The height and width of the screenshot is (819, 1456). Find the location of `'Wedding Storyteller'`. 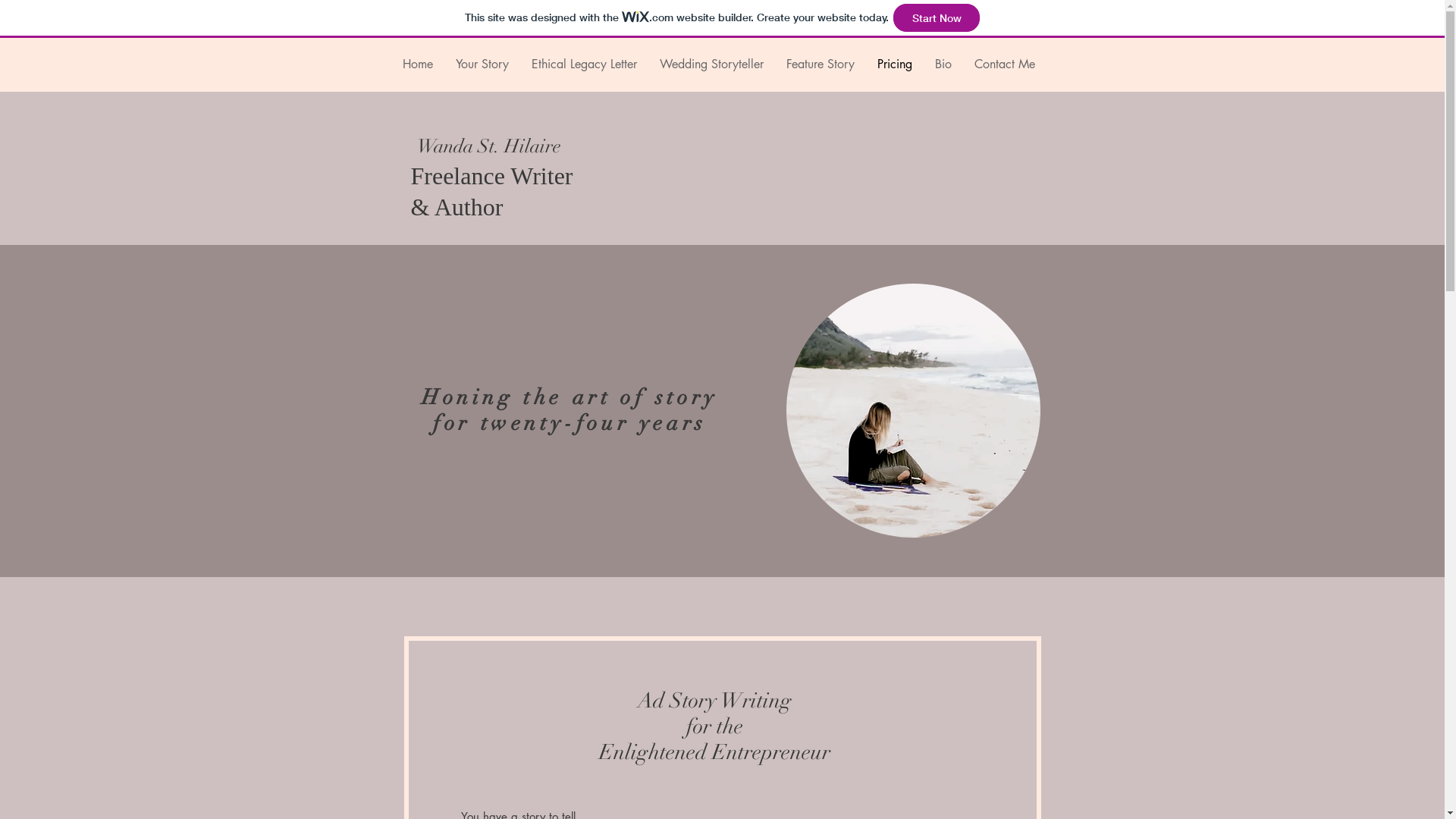

'Wedding Storyteller' is located at coordinates (648, 63).